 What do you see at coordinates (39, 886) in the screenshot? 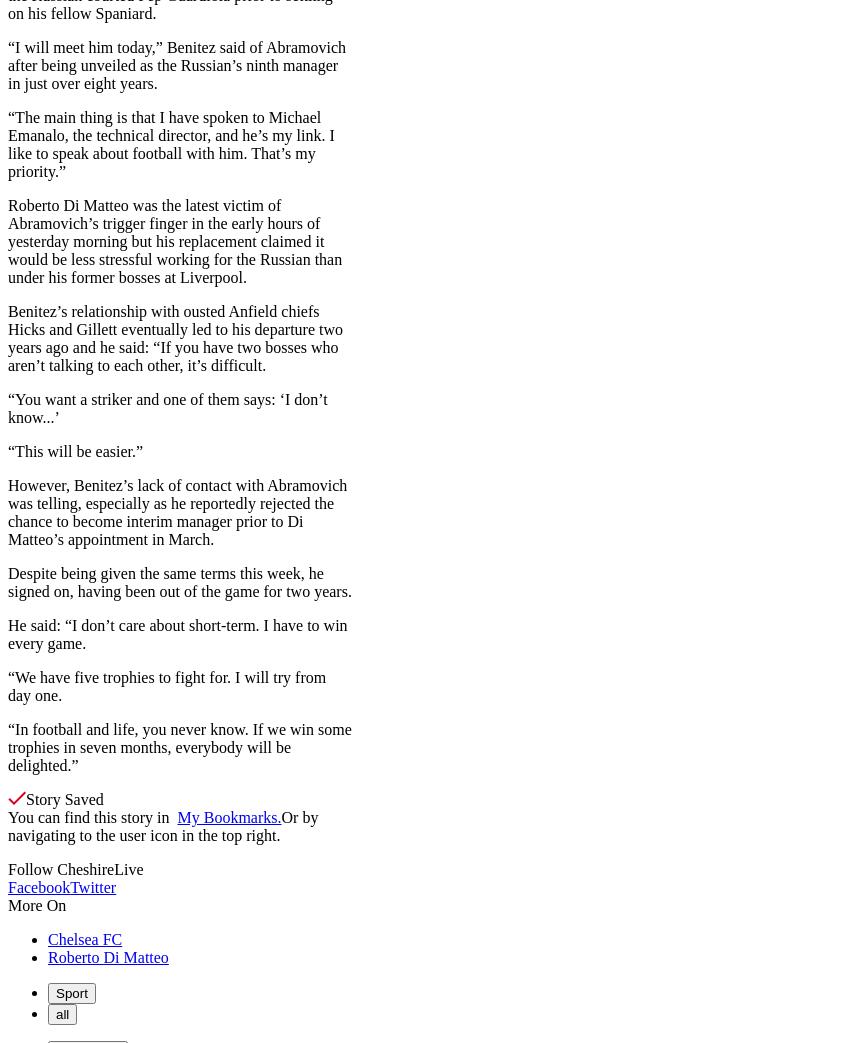
I see `'Facebook'` at bounding box center [39, 886].